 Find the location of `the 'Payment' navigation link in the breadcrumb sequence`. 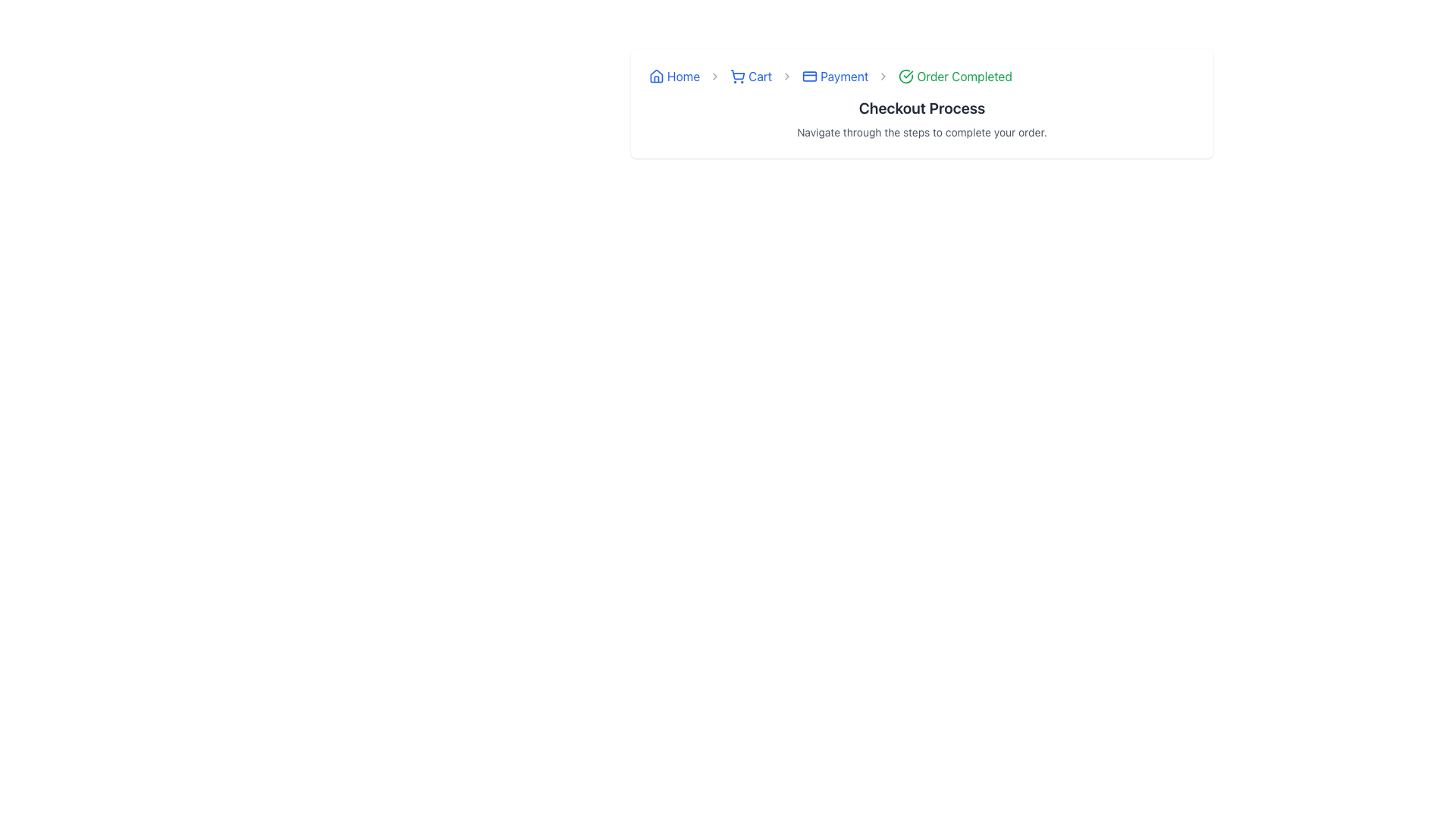

the 'Payment' navigation link in the breadcrumb sequence is located at coordinates (834, 76).